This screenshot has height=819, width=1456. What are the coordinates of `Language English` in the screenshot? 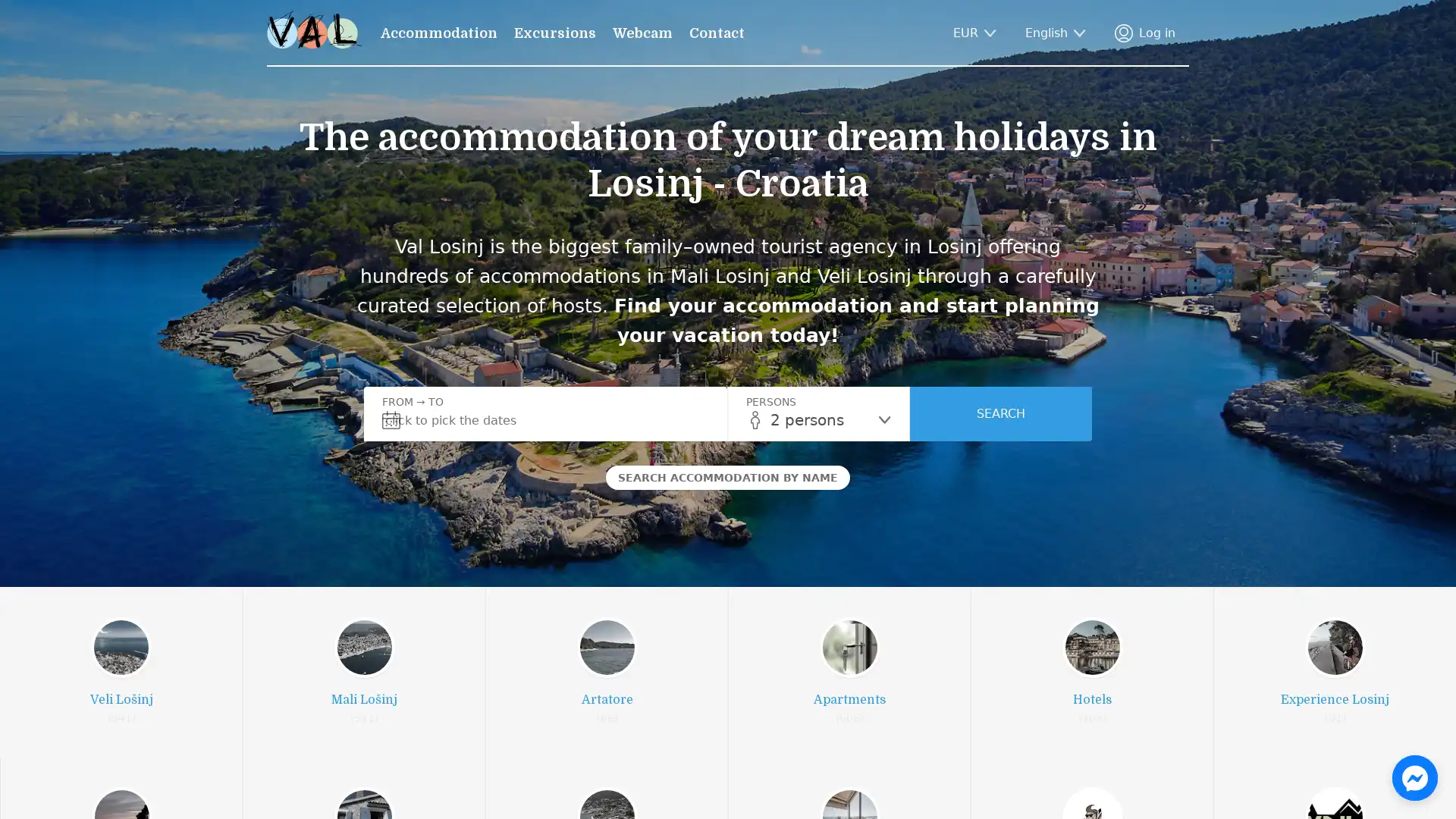 It's located at (1055, 33).